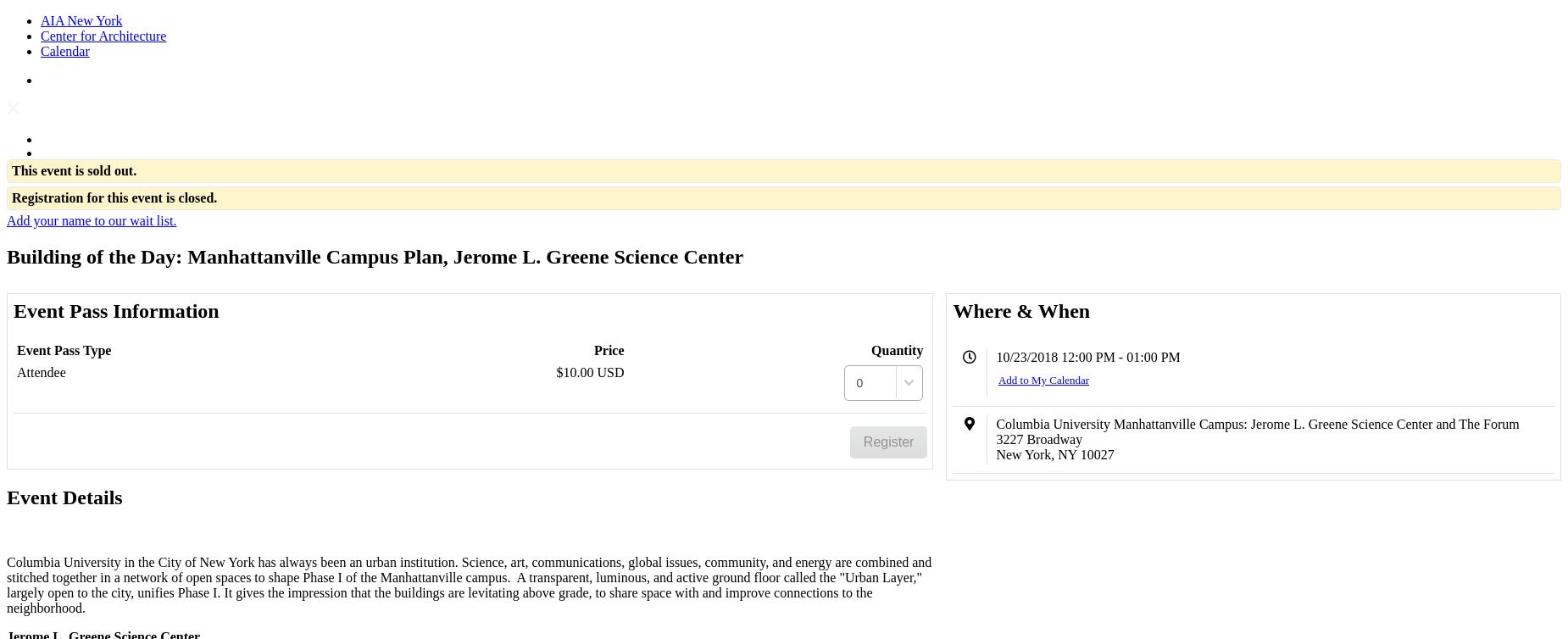 The width and height of the screenshot is (1568, 639). What do you see at coordinates (102, 36) in the screenshot?
I see `'Center for Architecture'` at bounding box center [102, 36].